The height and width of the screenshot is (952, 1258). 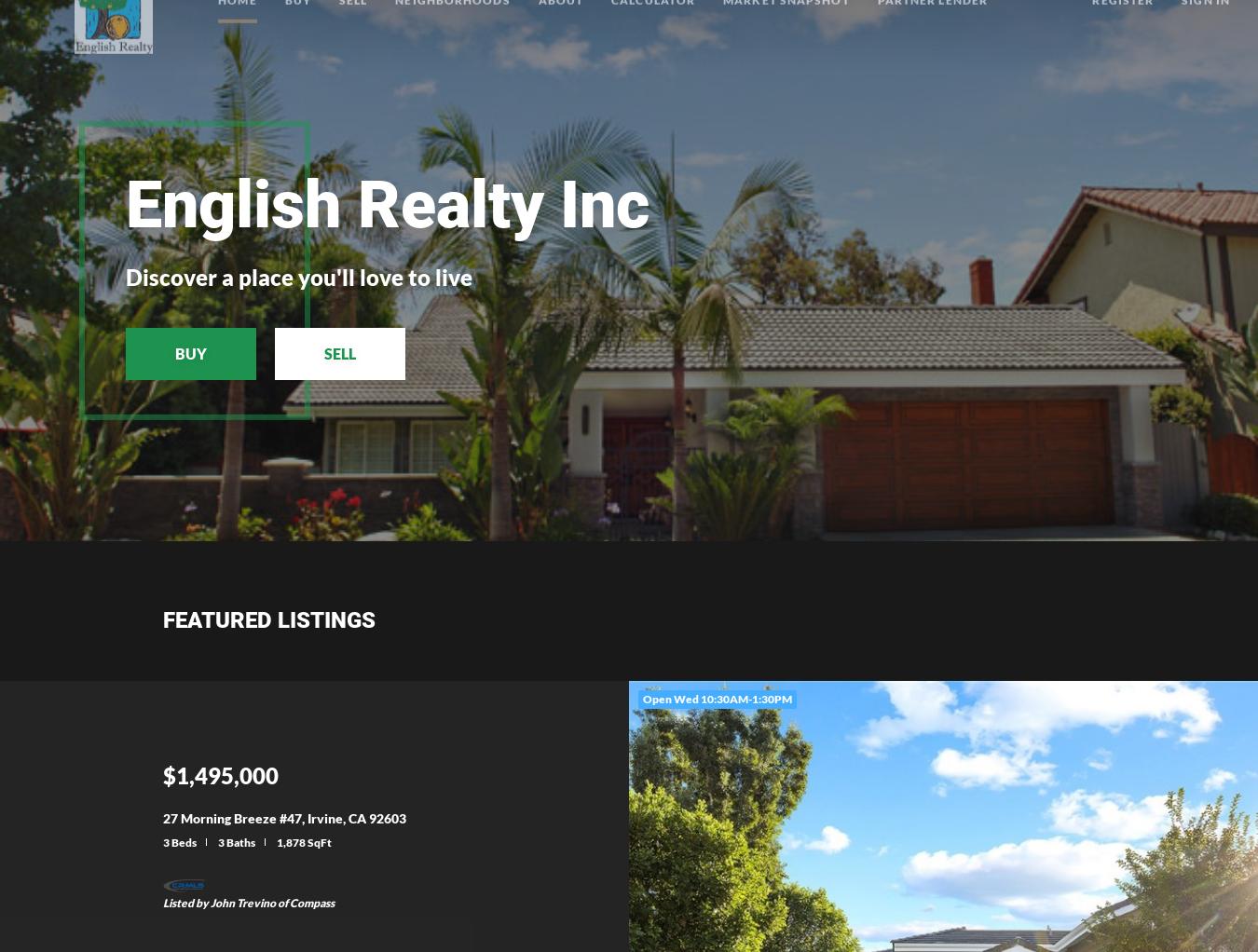 What do you see at coordinates (303, 840) in the screenshot?
I see `'1,878 SqFt'` at bounding box center [303, 840].